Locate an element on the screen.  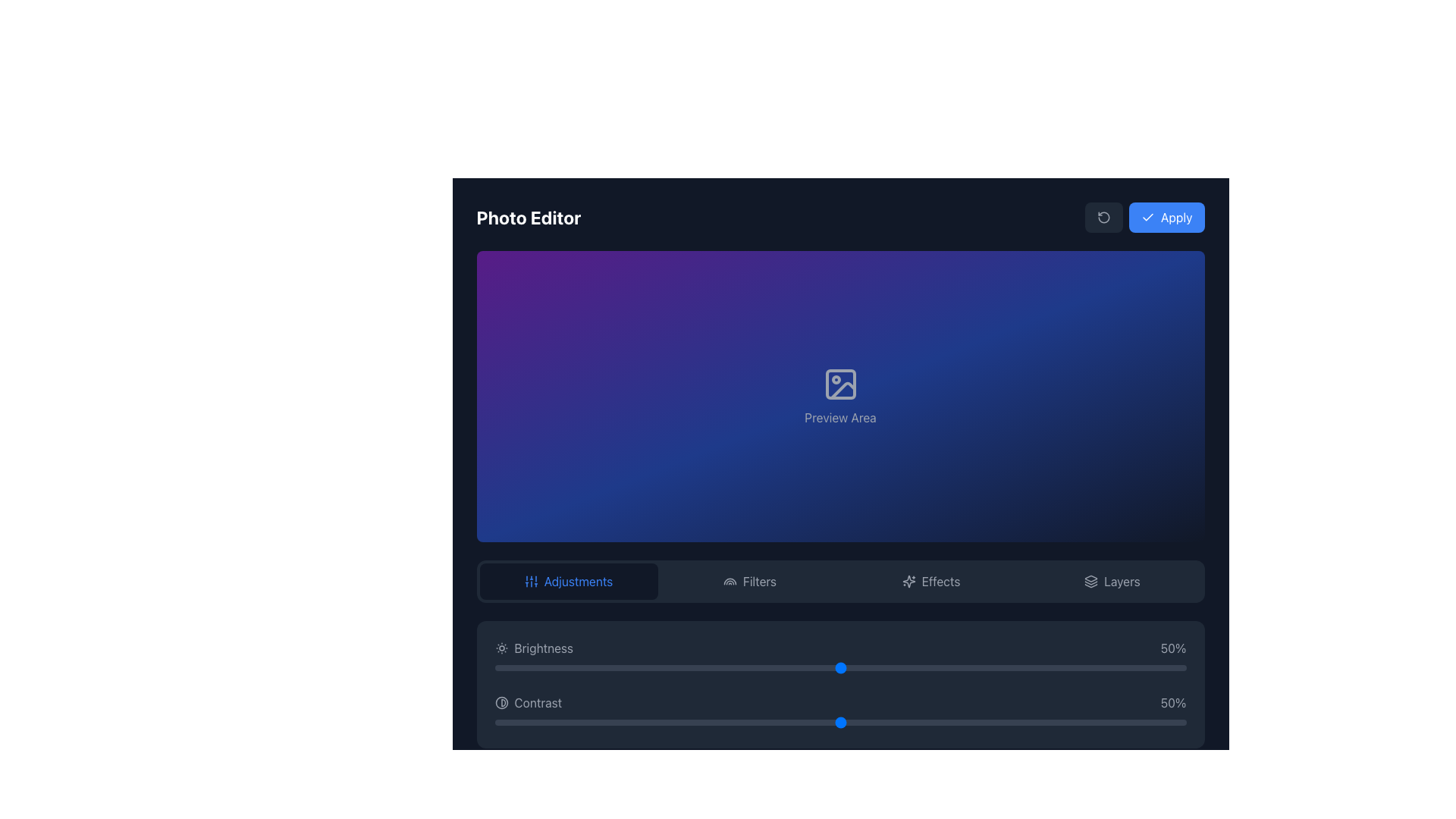
the central star-like icon with multiple arms styled in dark gradient tones located in the top-right quadrant of the interface is located at coordinates (908, 581).